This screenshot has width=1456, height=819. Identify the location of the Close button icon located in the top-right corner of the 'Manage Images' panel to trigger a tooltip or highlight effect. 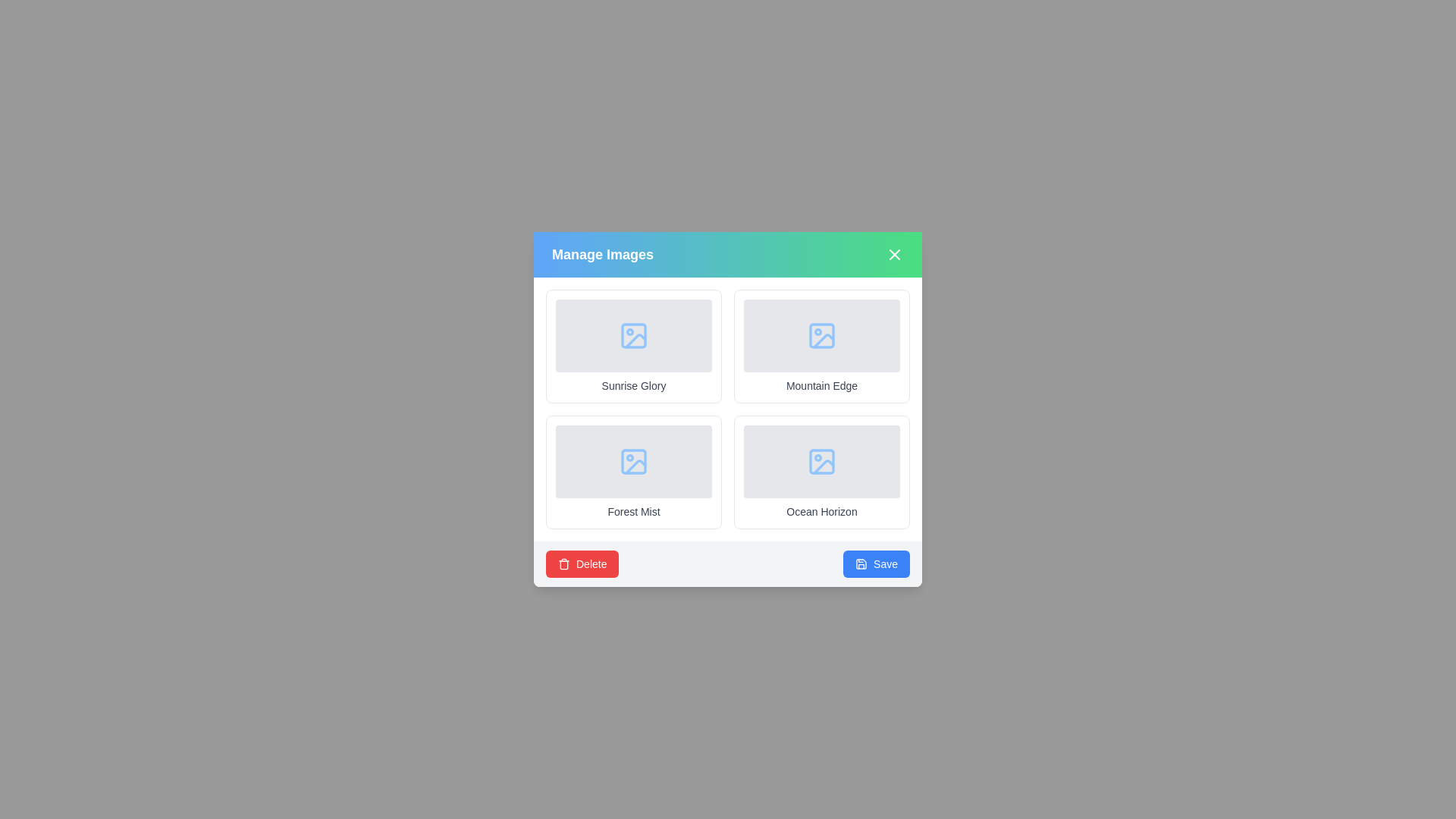
(895, 253).